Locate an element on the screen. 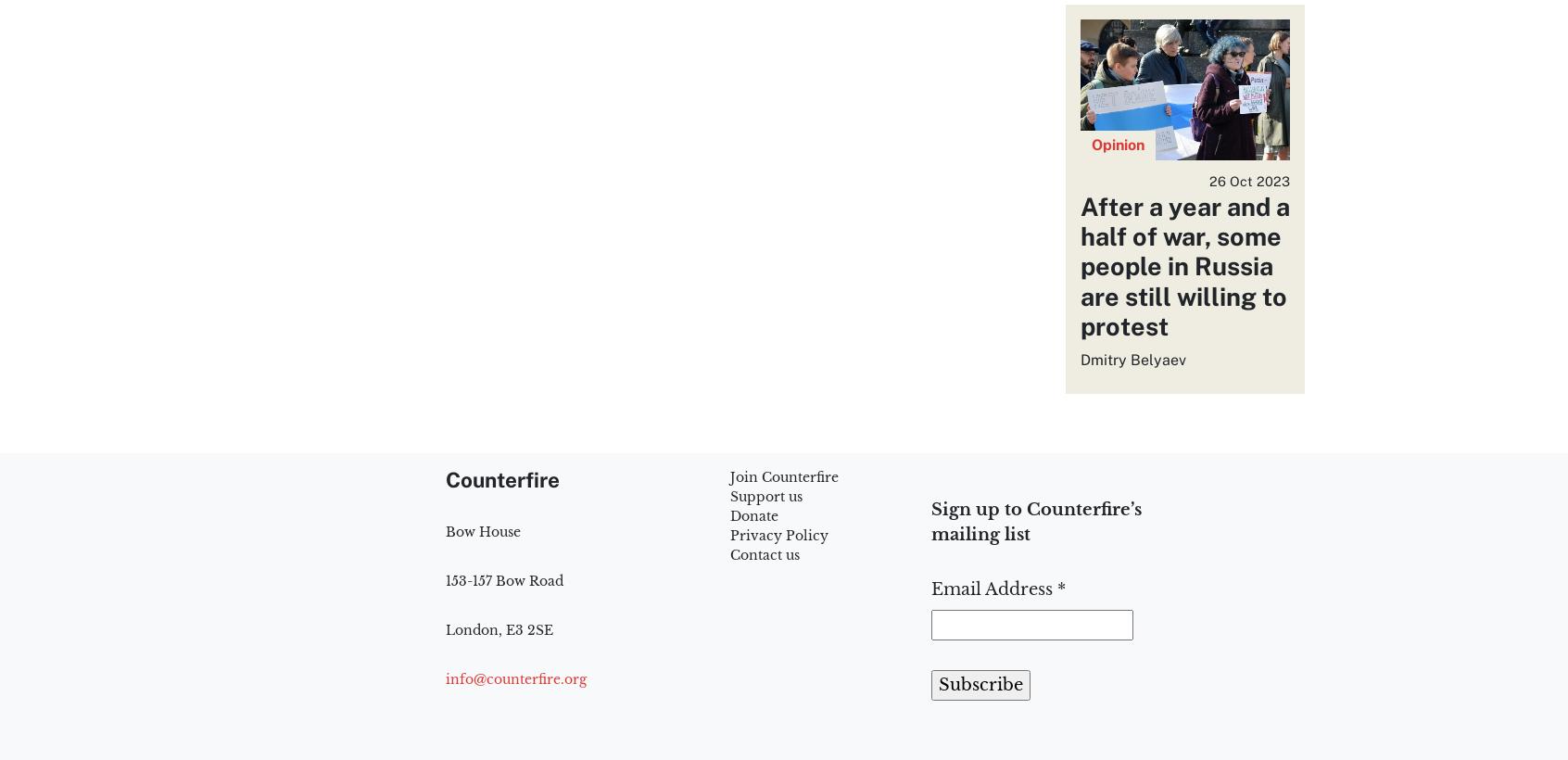  'info@counterfire.org' is located at coordinates (516, 678).